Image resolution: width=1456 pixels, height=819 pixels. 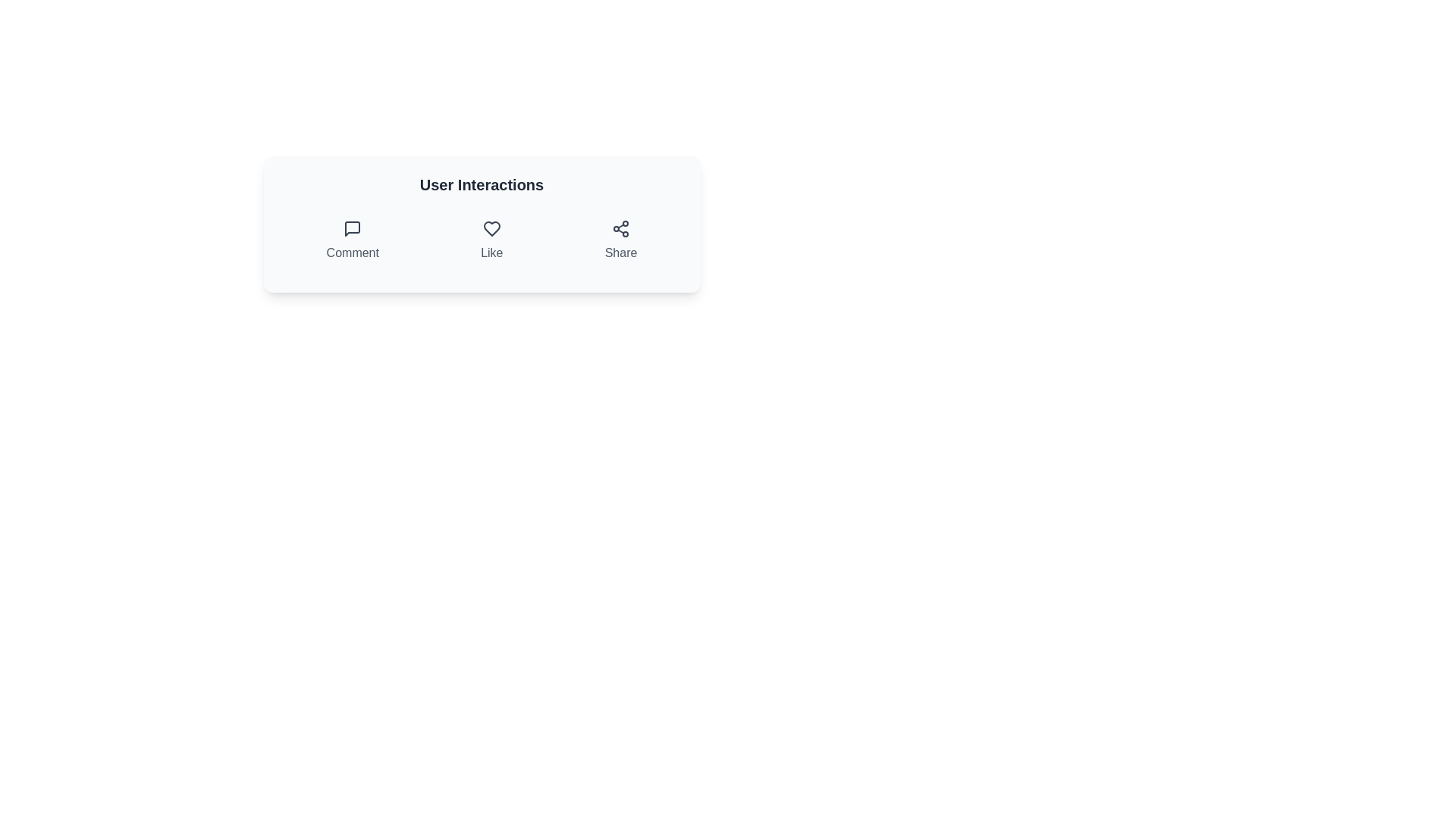 What do you see at coordinates (481, 184) in the screenshot?
I see `the 'User Interactions' title text` at bounding box center [481, 184].